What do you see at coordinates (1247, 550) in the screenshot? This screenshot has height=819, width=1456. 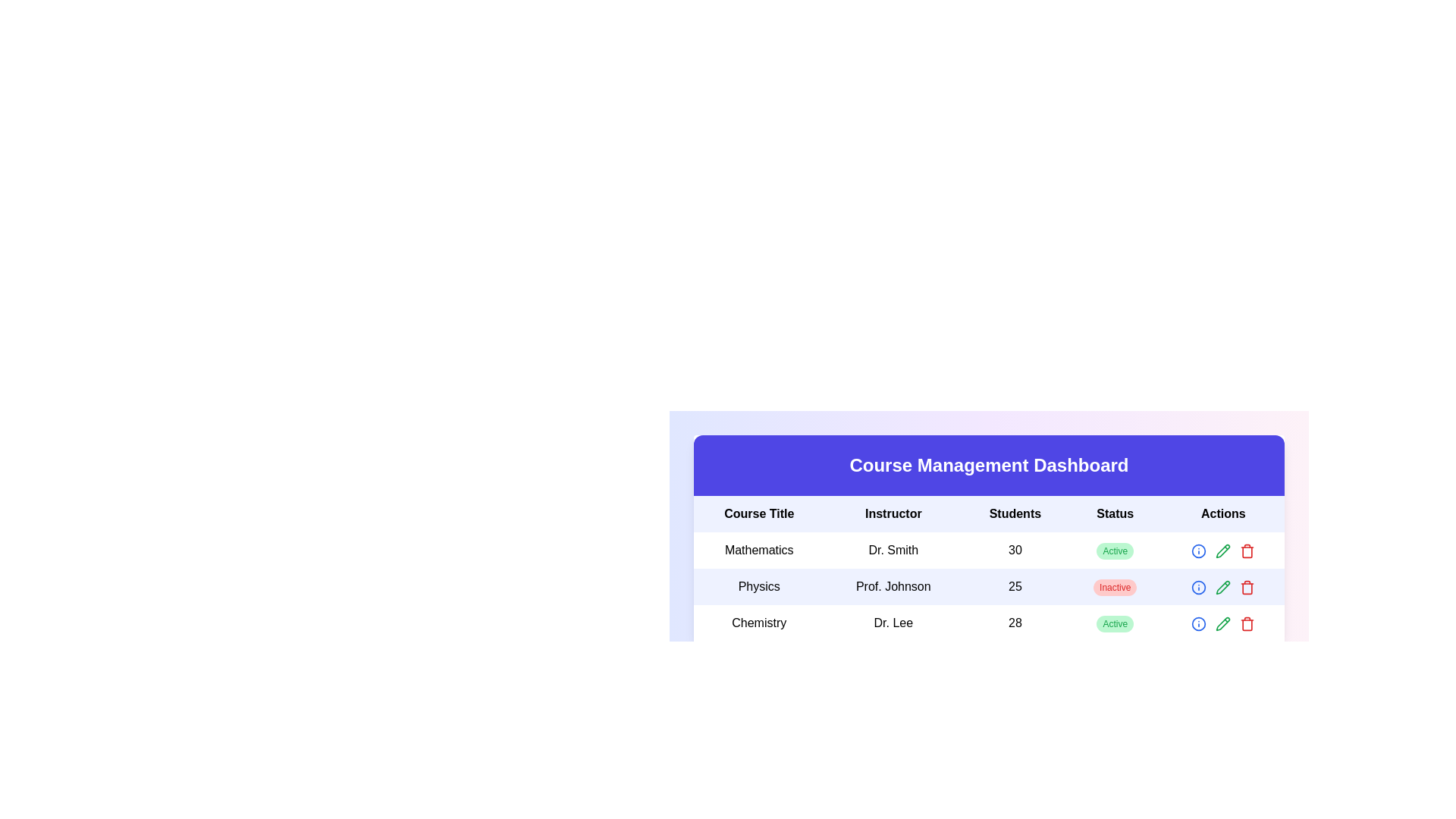 I see `the delete button, which is the third icon in the 'Actions' column` at bounding box center [1247, 550].